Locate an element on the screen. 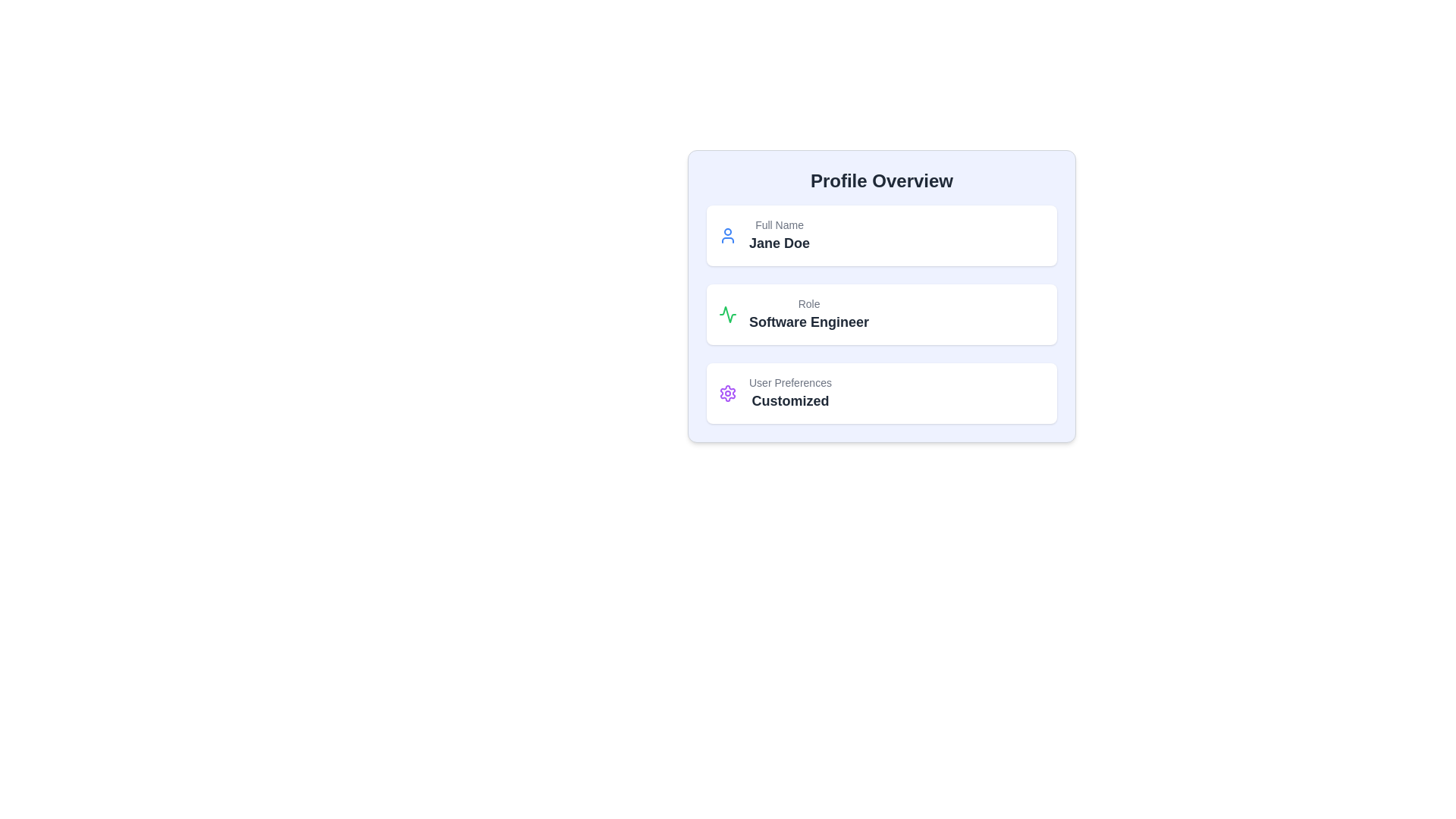  the user role icon located to the immediate left of the text block in the 'Profile Overview' section is located at coordinates (728, 314).